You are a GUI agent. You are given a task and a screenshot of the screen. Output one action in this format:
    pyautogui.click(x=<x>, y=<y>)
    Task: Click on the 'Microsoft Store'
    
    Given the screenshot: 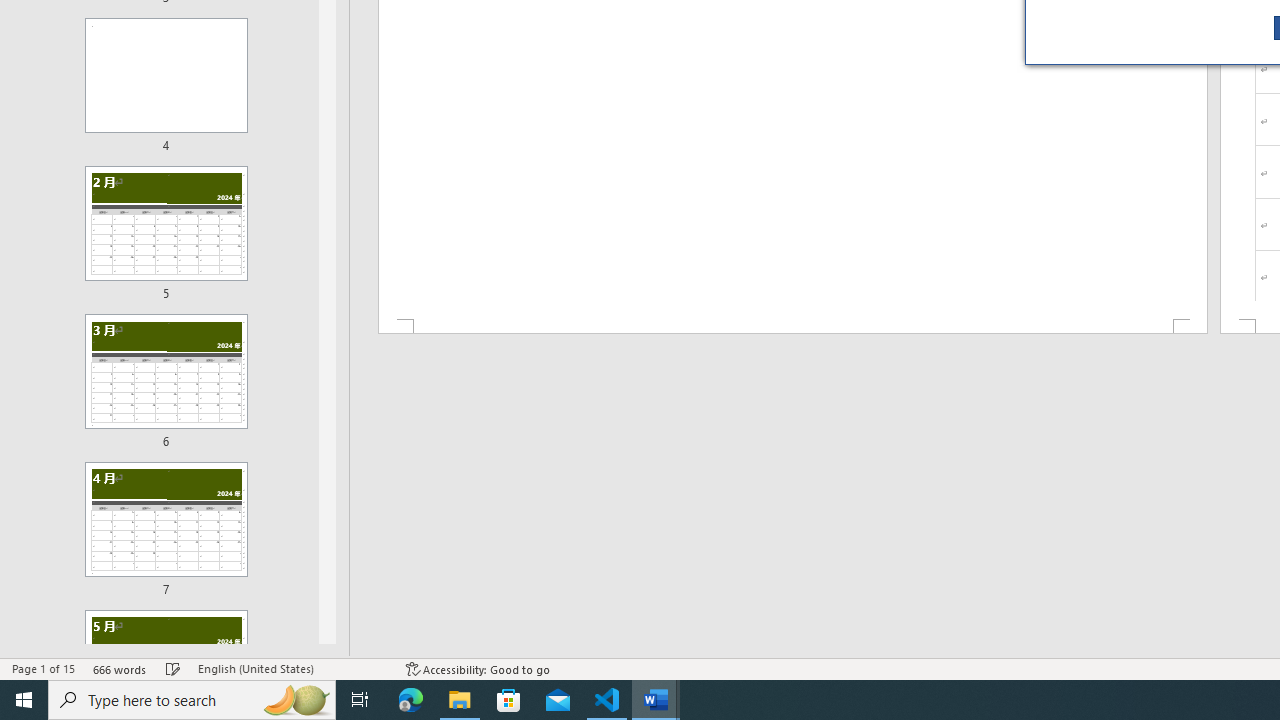 What is the action you would take?
    pyautogui.click(x=509, y=698)
    